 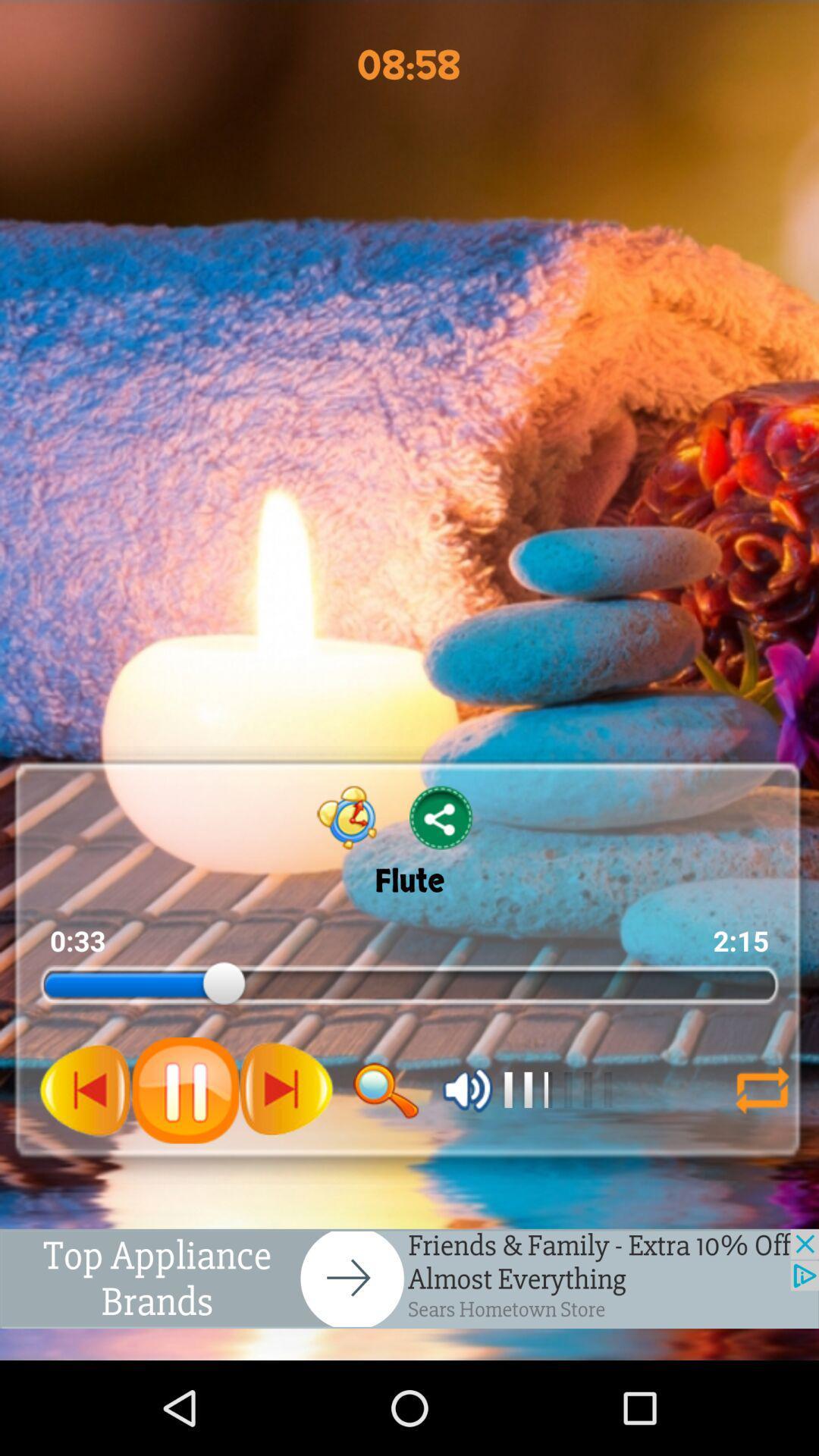 What do you see at coordinates (755, 1089) in the screenshot?
I see `shuffle` at bounding box center [755, 1089].